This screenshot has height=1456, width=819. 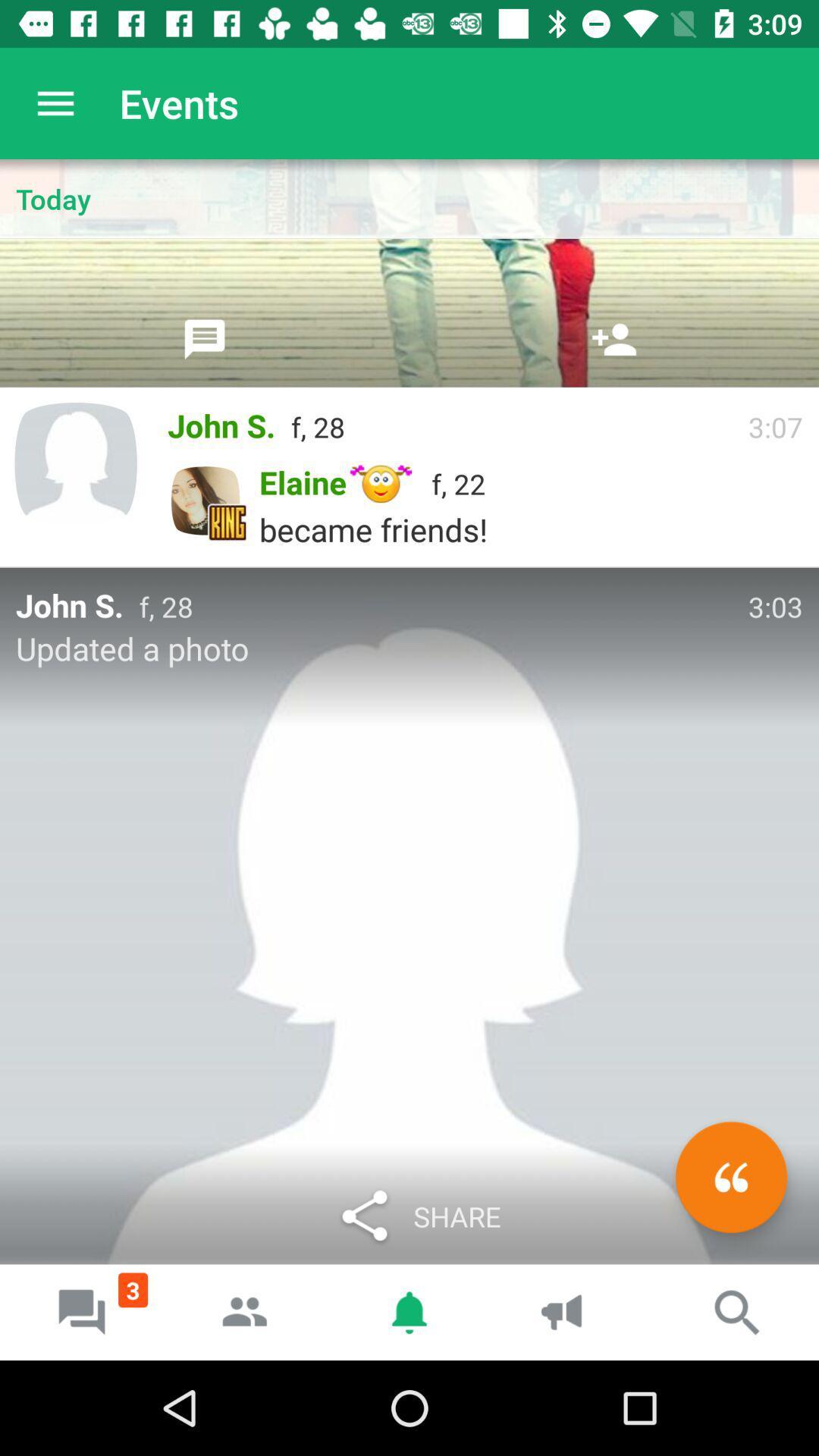 What do you see at coordinates (205, 338) in the screenshot?
I see `send message` at bounding box center [205, 338].